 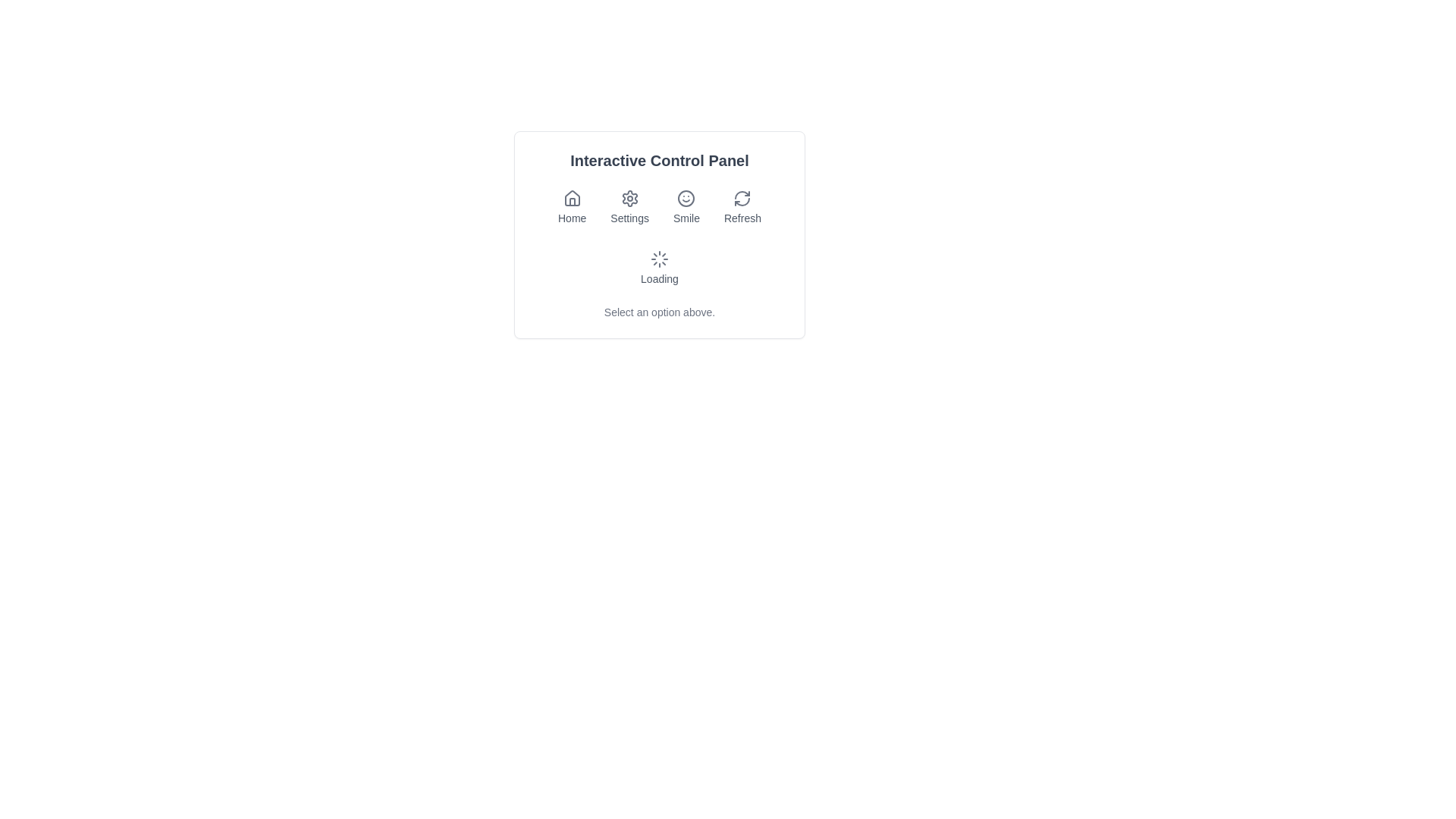 What do you see at coordinates (571, 198) in the screenshot?
I see `the 'Home' icon located on the left side of the control panel above the label 'Home'` at bounding box center [571, 198].